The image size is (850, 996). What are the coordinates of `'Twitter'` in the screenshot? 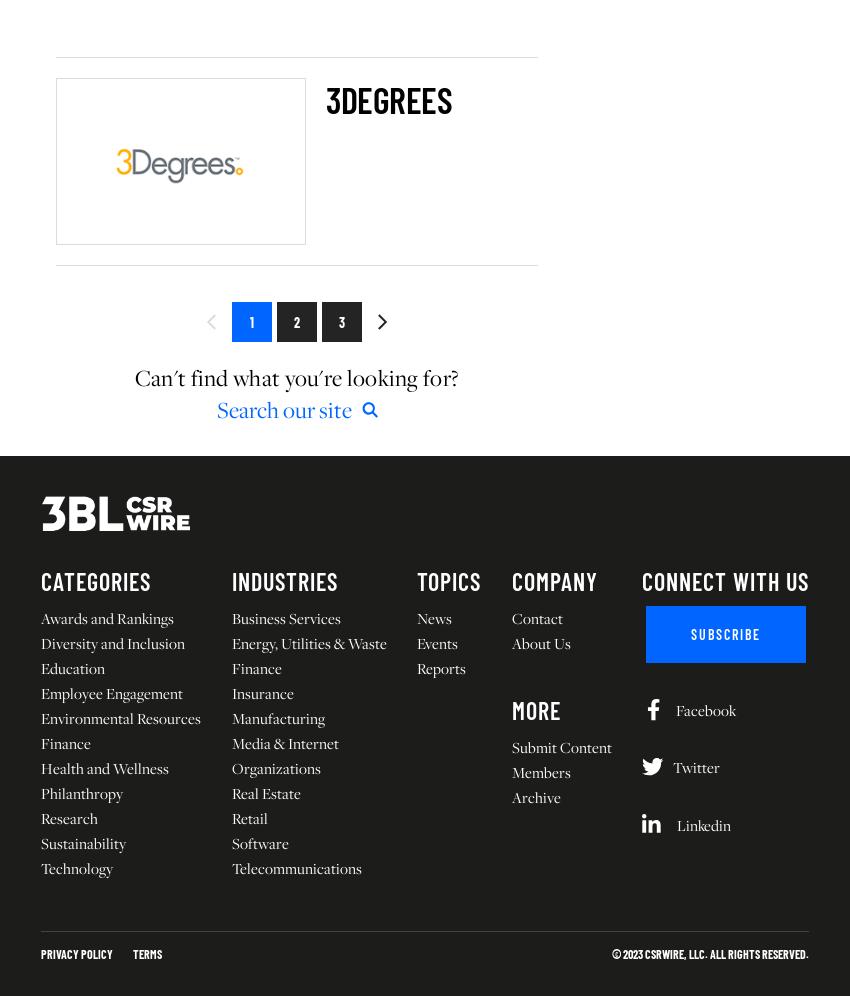 It's located at (695, 766).